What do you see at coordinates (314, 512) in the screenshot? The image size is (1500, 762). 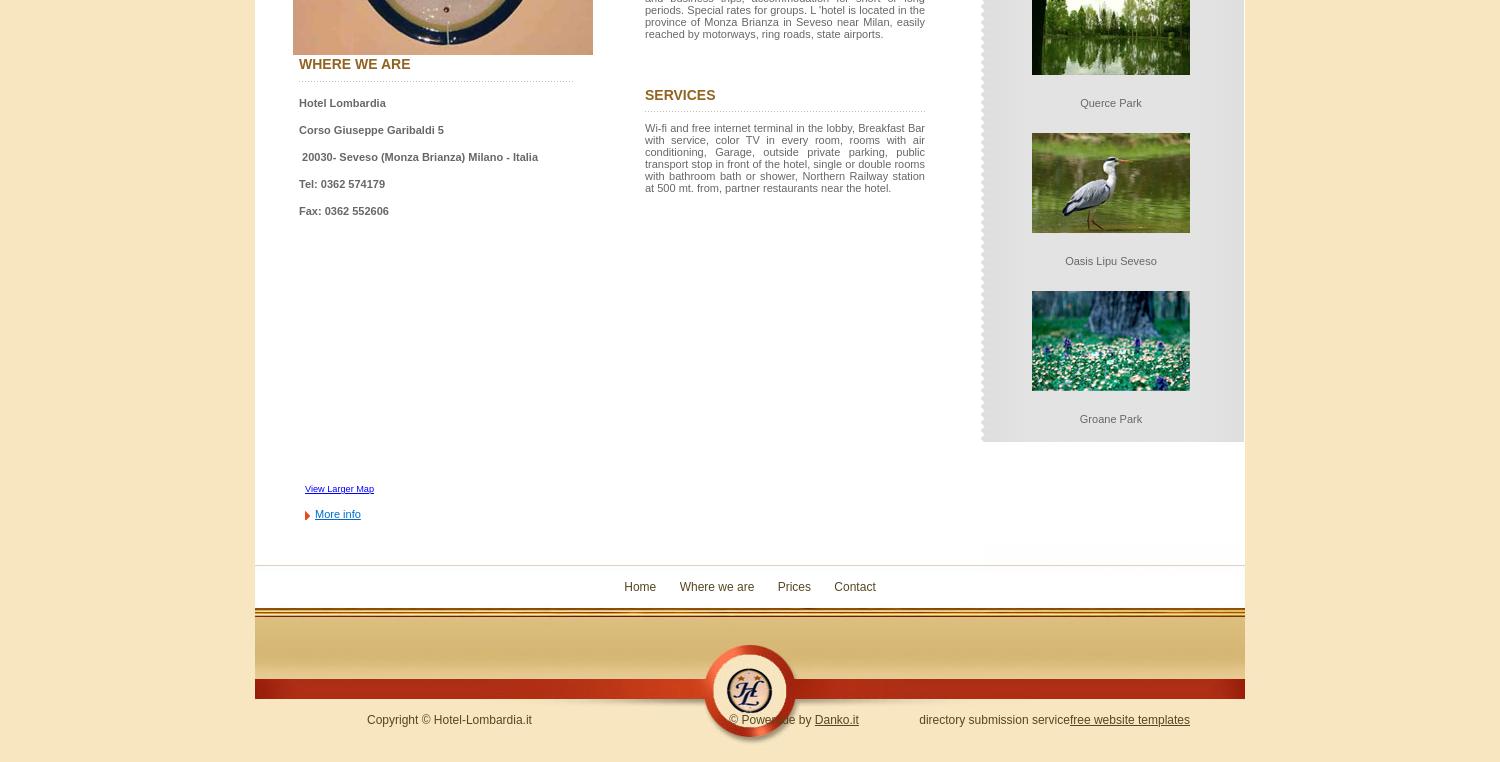 I see `'More info'` at bounding box center [314, 512].